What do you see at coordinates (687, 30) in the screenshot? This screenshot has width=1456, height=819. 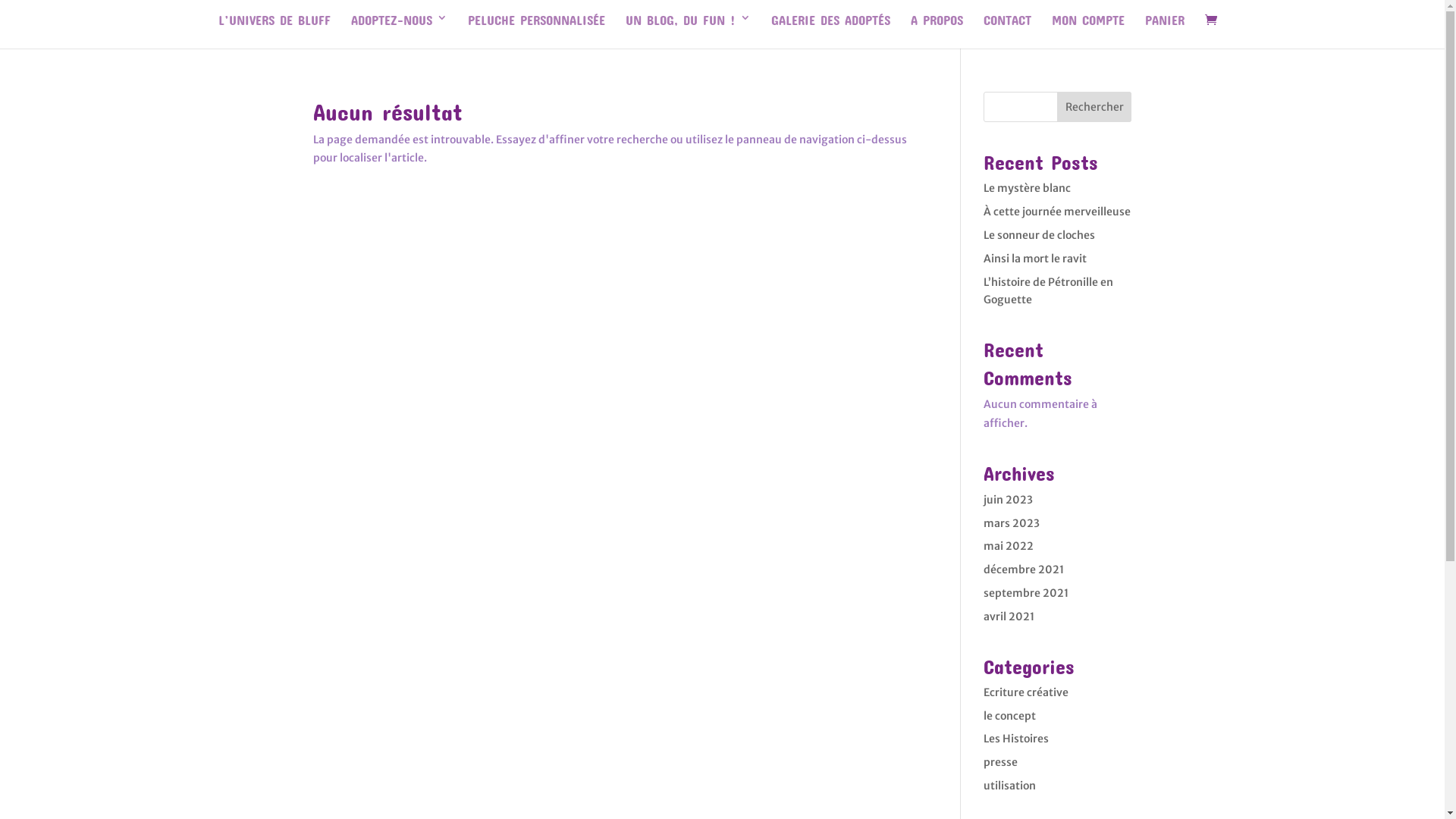 I see `'UN BLOG, DU FUN !'` at bounding box center [687, 30].